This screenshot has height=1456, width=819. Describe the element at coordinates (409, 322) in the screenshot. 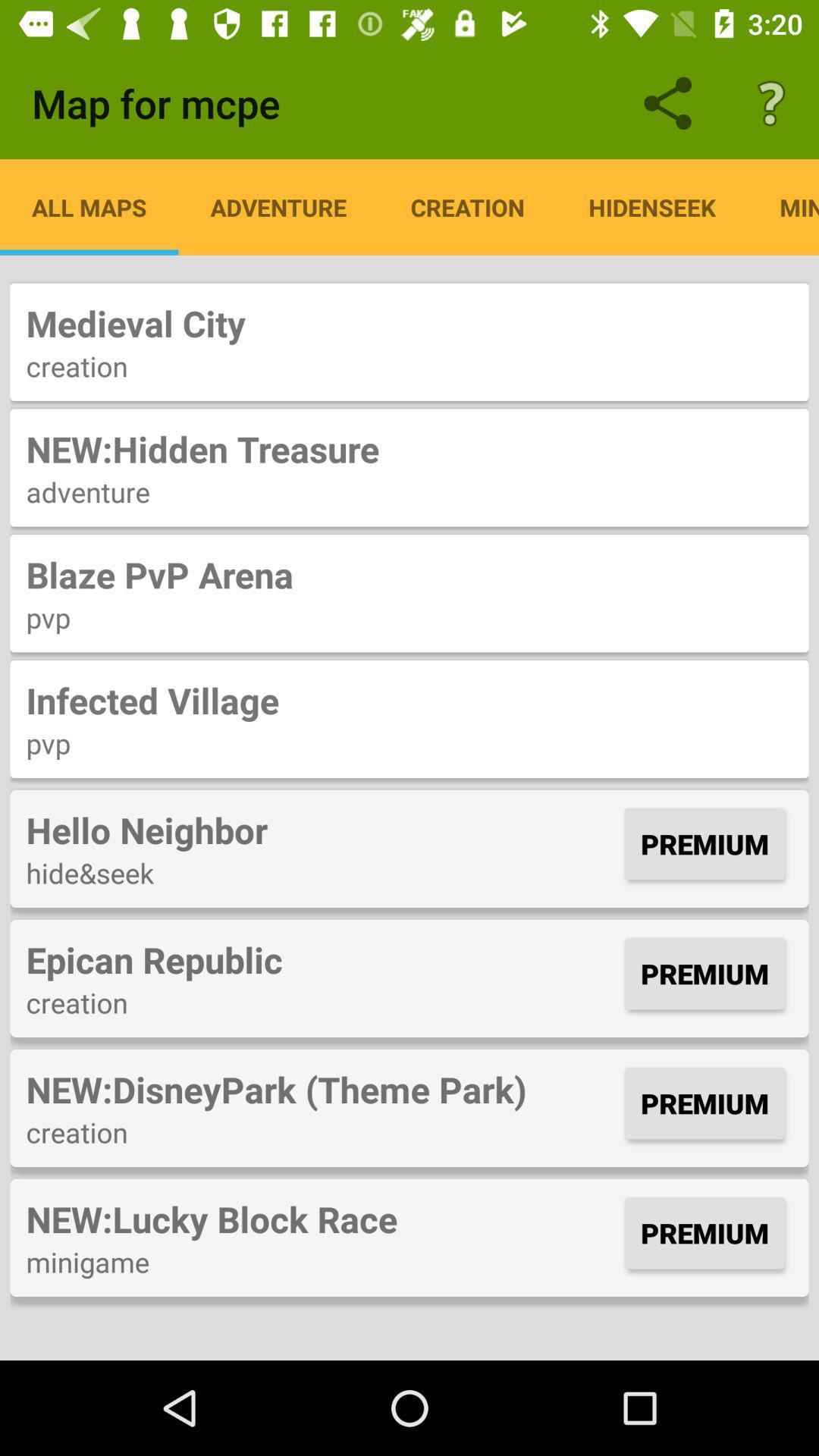

I see `the item below all maps item` at that location.